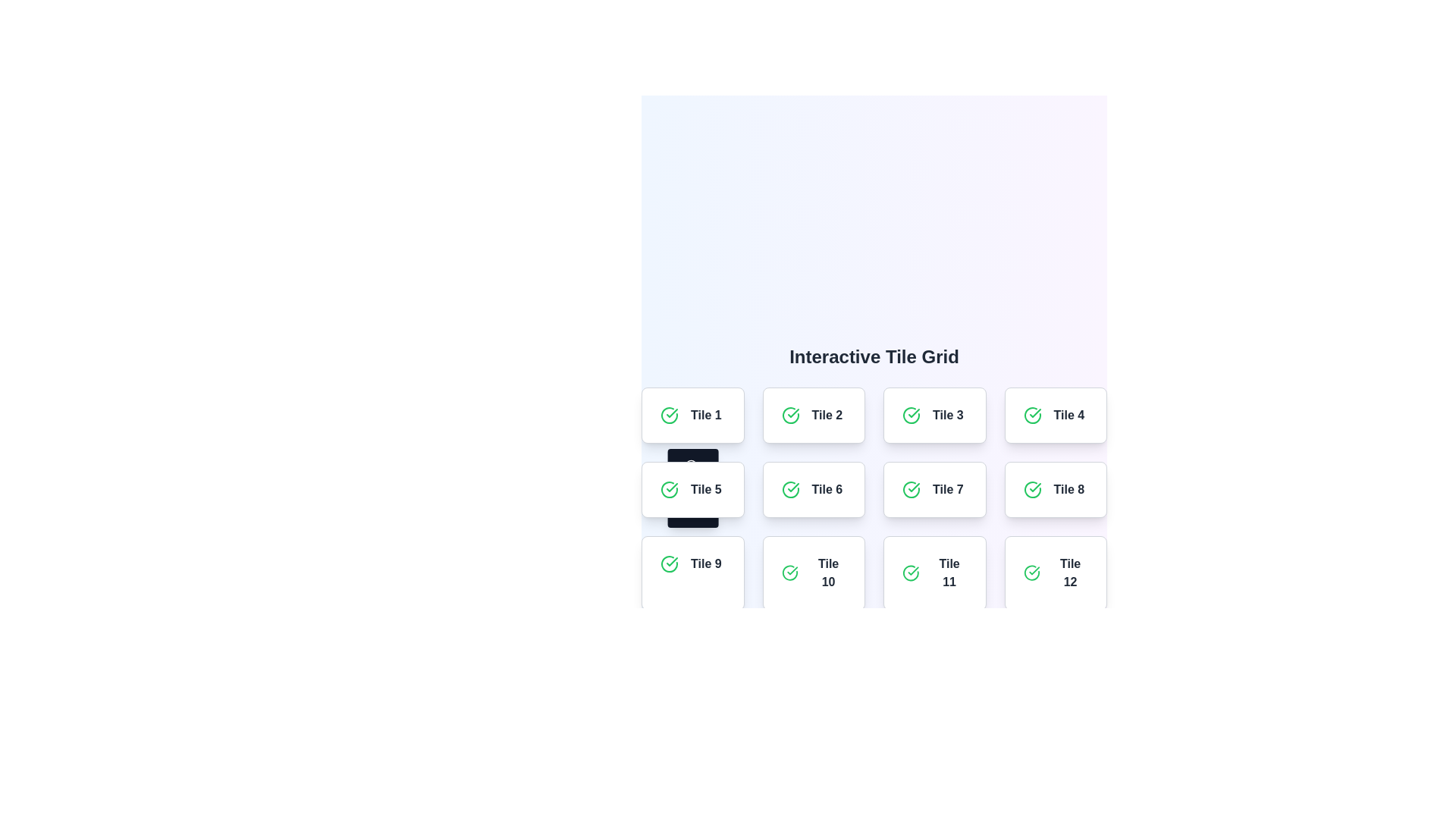 The width and height of the screenshot is (1456, 819). I want to click on the bold text 'Tile 4' in the horizontal layout of the grid item that contains a green checkmark icon, located in the second row and fourth position of the grid, so click(1055, 415).